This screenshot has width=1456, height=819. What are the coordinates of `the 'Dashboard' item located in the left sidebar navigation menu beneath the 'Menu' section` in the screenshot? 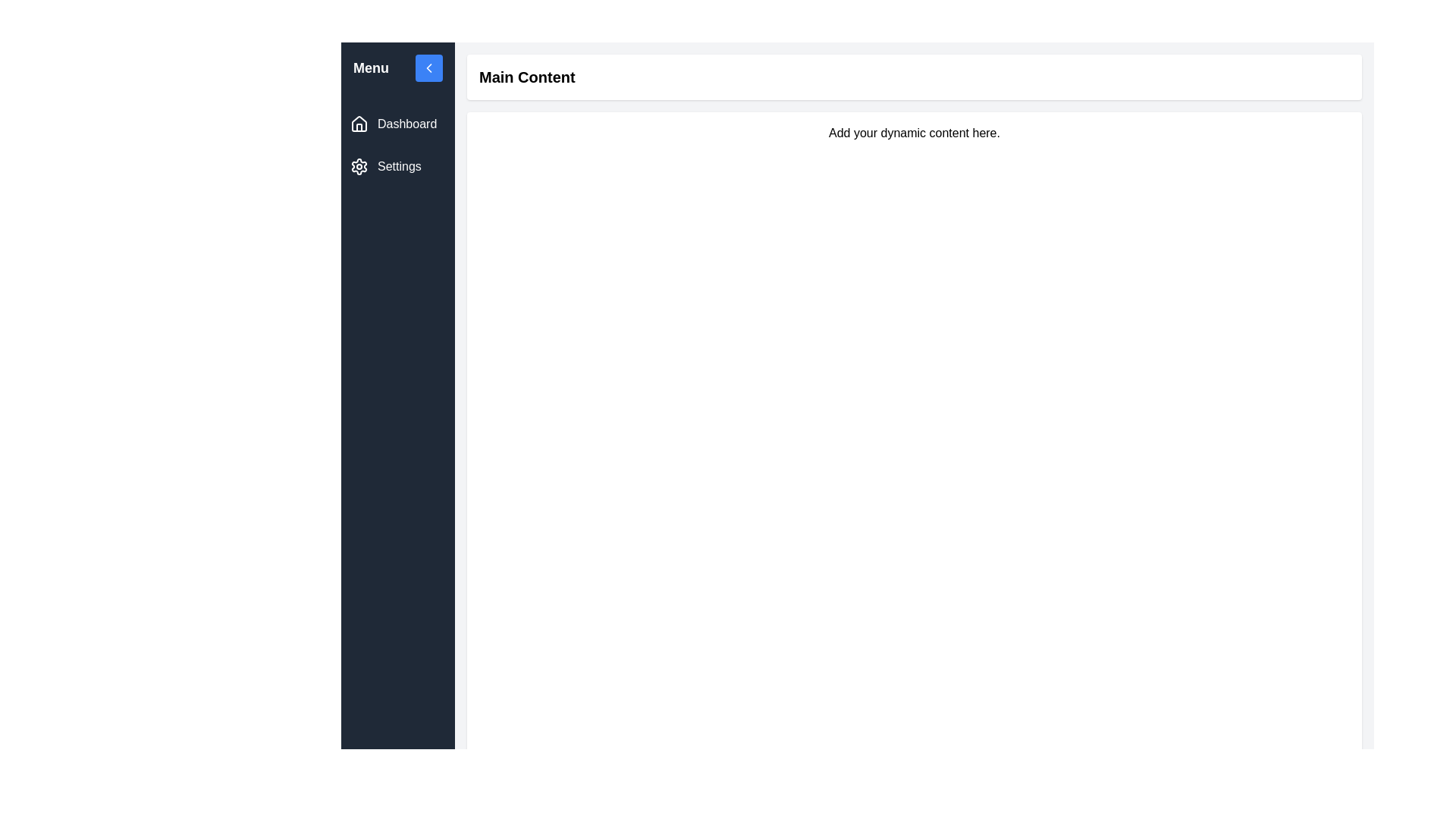 It's located at (397, 146).